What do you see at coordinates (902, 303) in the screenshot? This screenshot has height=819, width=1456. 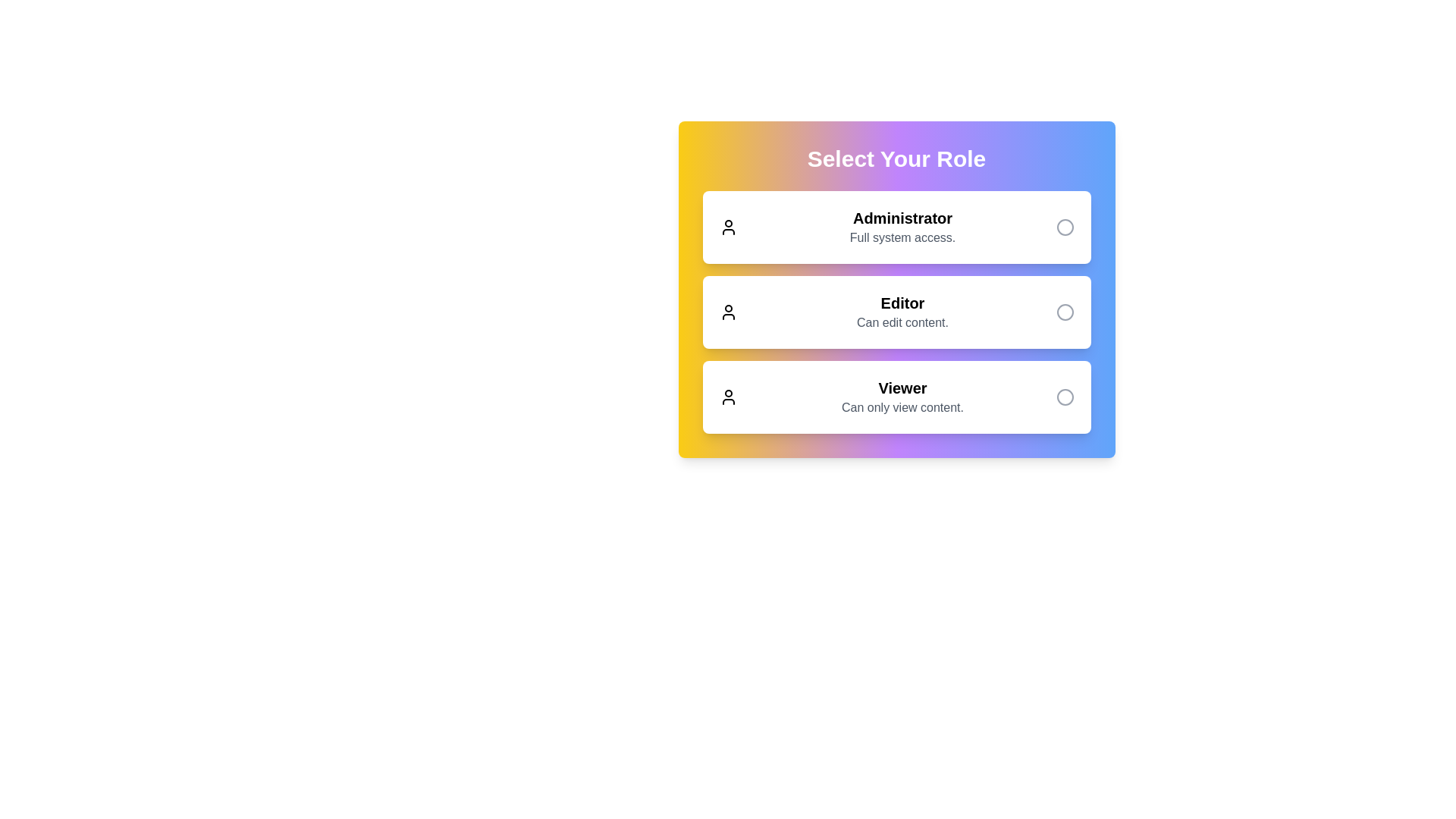 I see `the text label that serves as the title for the section describing the role of 'Editor', which is positioned above the subtitle 'Can edit content.' in the middle option of the 'Select Your Role' section` at bounding box center [902, 303].